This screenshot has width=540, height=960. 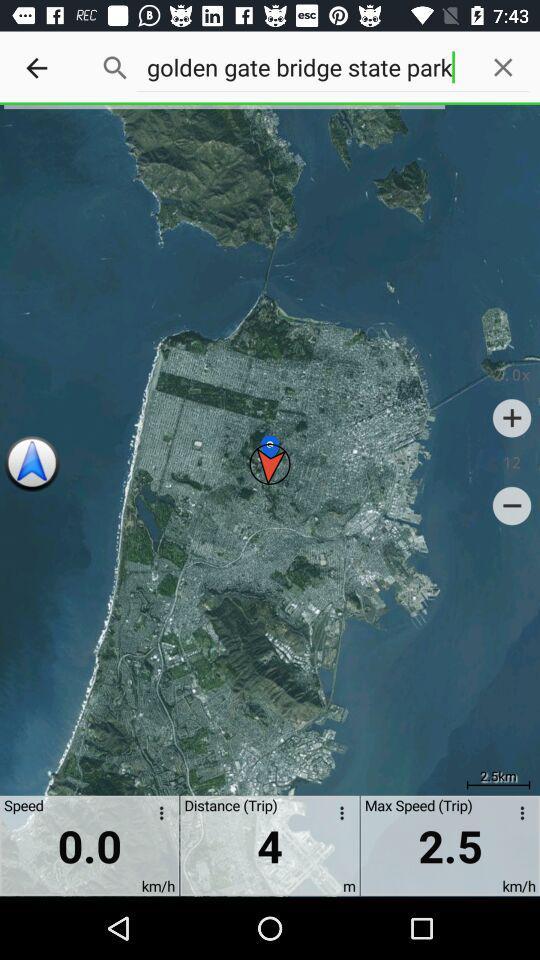 I want to click on the more icon, so click(x=337, y=816).